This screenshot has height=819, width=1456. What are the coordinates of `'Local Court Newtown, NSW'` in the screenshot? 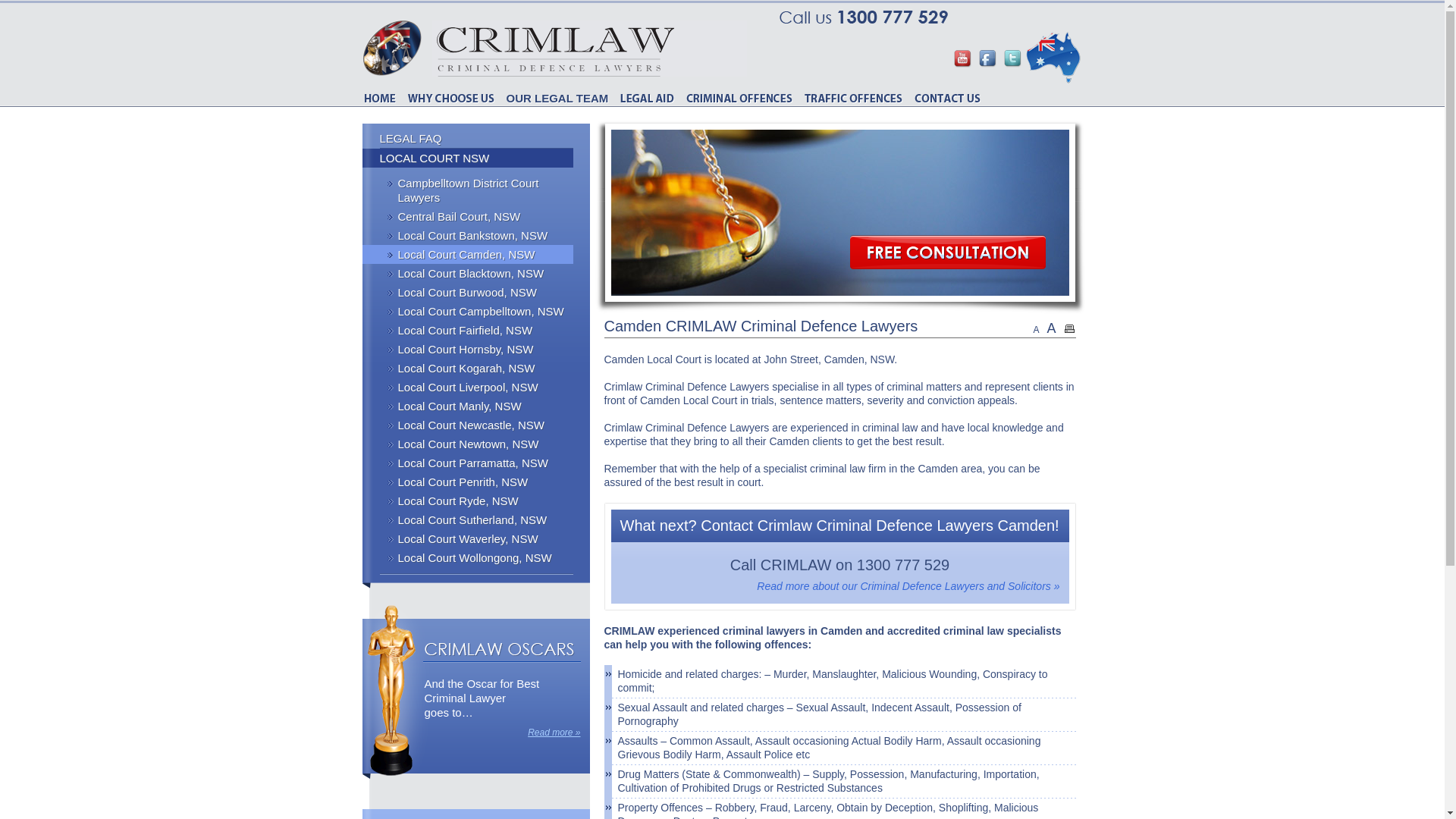 It's located at (467, 444).